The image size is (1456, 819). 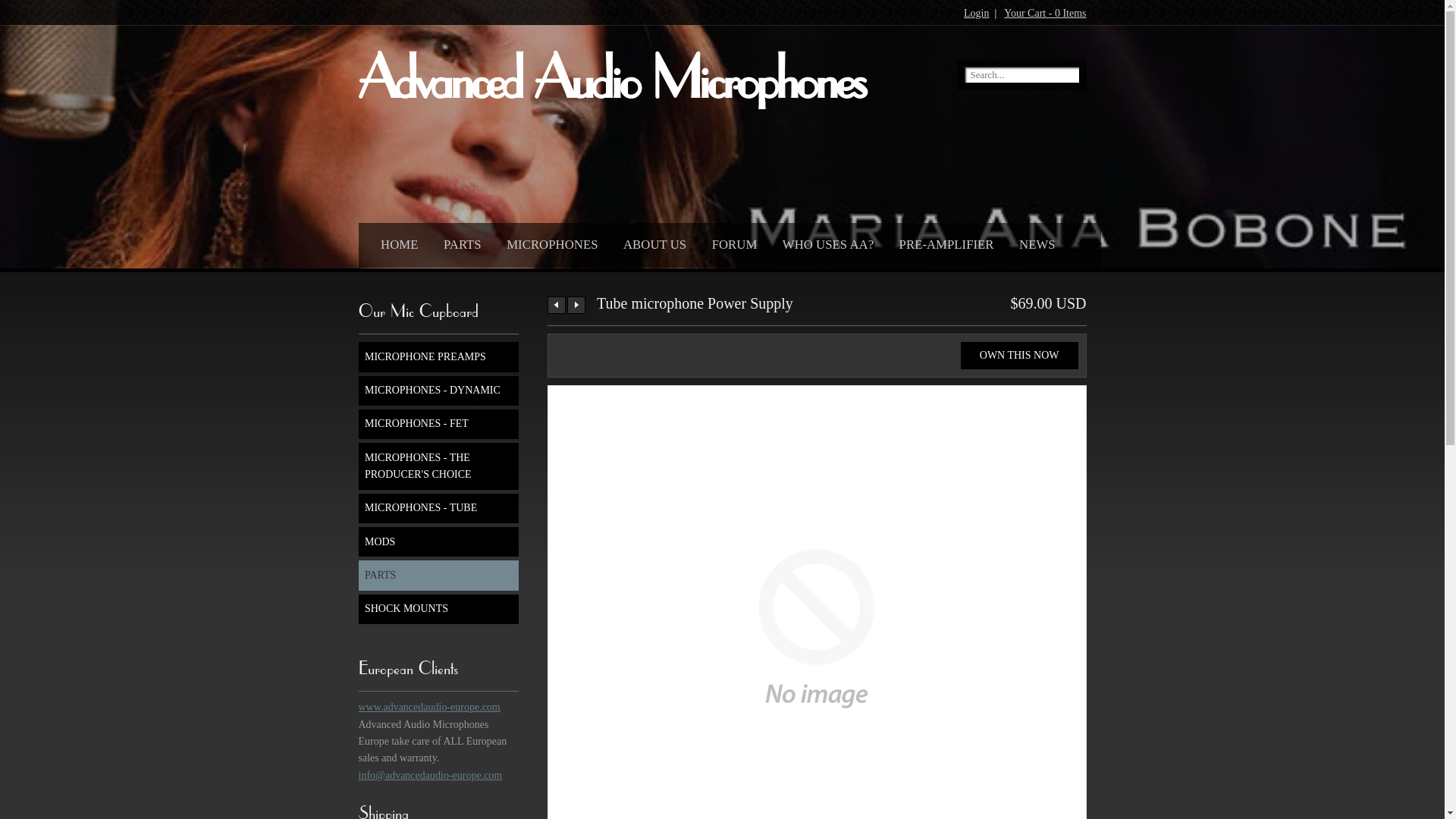 What do you see at coordinates (823, 241) in the screenshot?
I see `'WHO USES AA?'` at bounding box center [823, 241].